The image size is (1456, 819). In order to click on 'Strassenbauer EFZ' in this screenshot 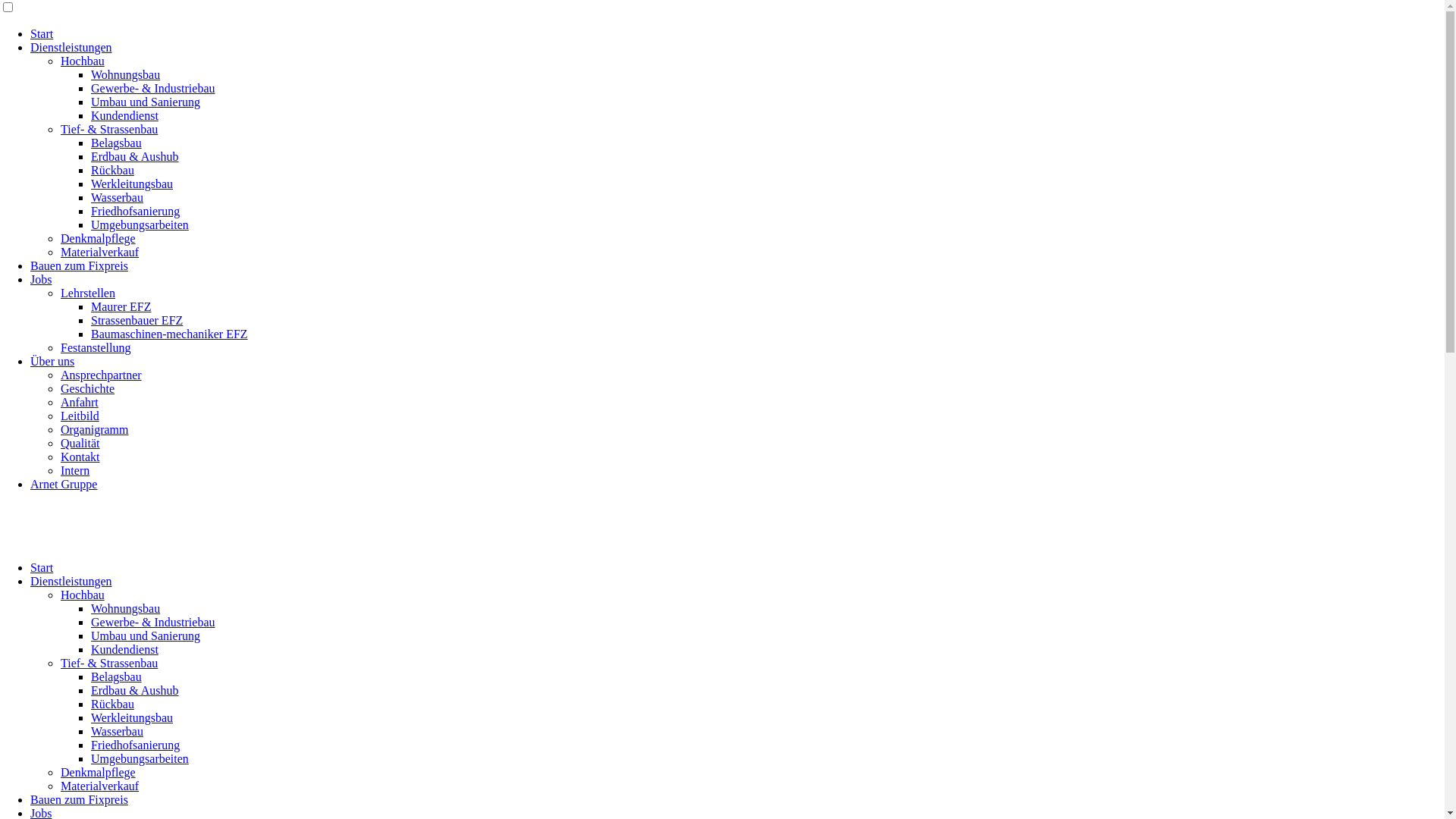, I will do `click(136, 319)`.